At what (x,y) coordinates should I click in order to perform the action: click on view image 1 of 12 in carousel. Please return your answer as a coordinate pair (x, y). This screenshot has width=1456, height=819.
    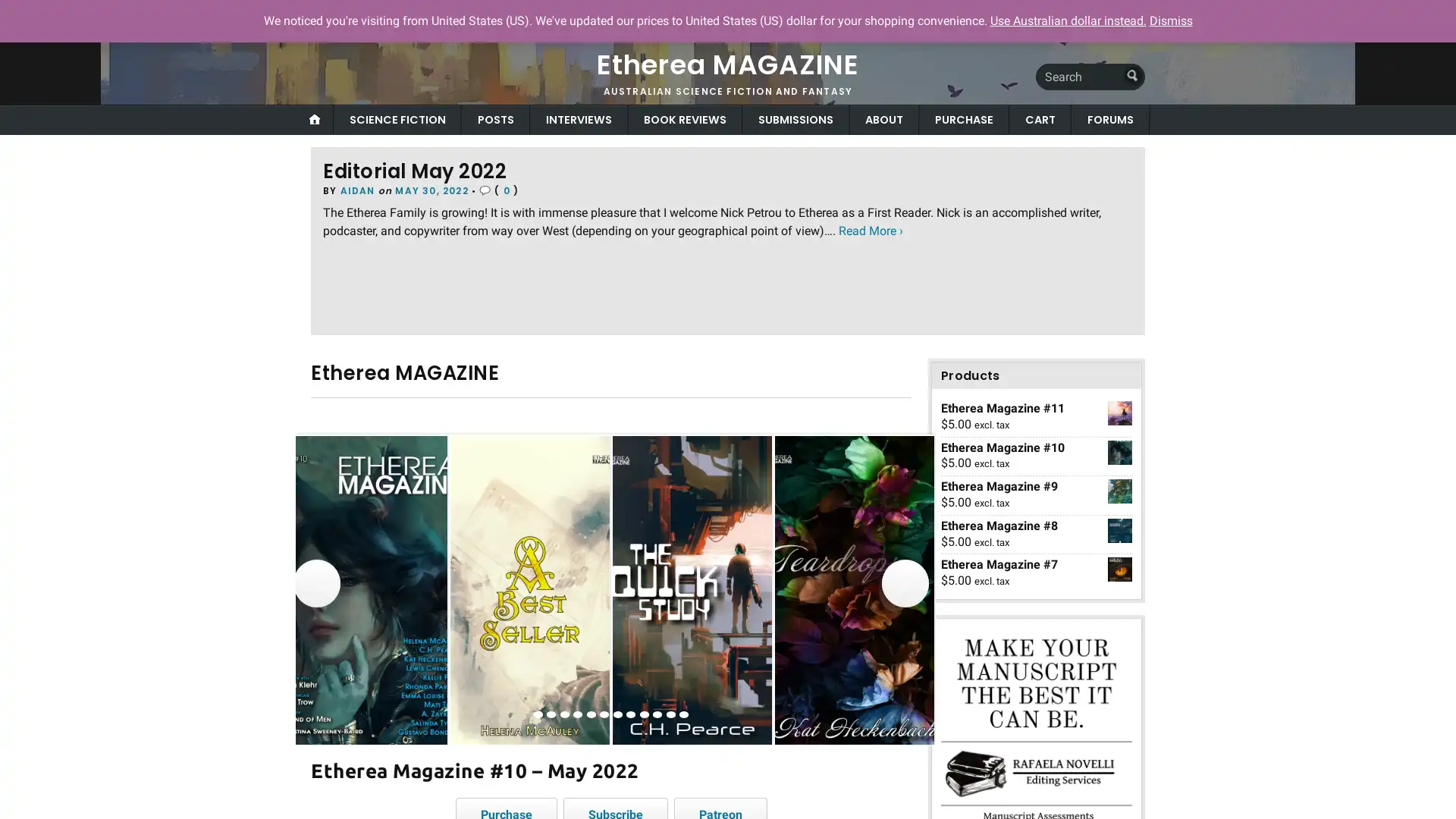
    Looking at the image, I should click on (538, 714).